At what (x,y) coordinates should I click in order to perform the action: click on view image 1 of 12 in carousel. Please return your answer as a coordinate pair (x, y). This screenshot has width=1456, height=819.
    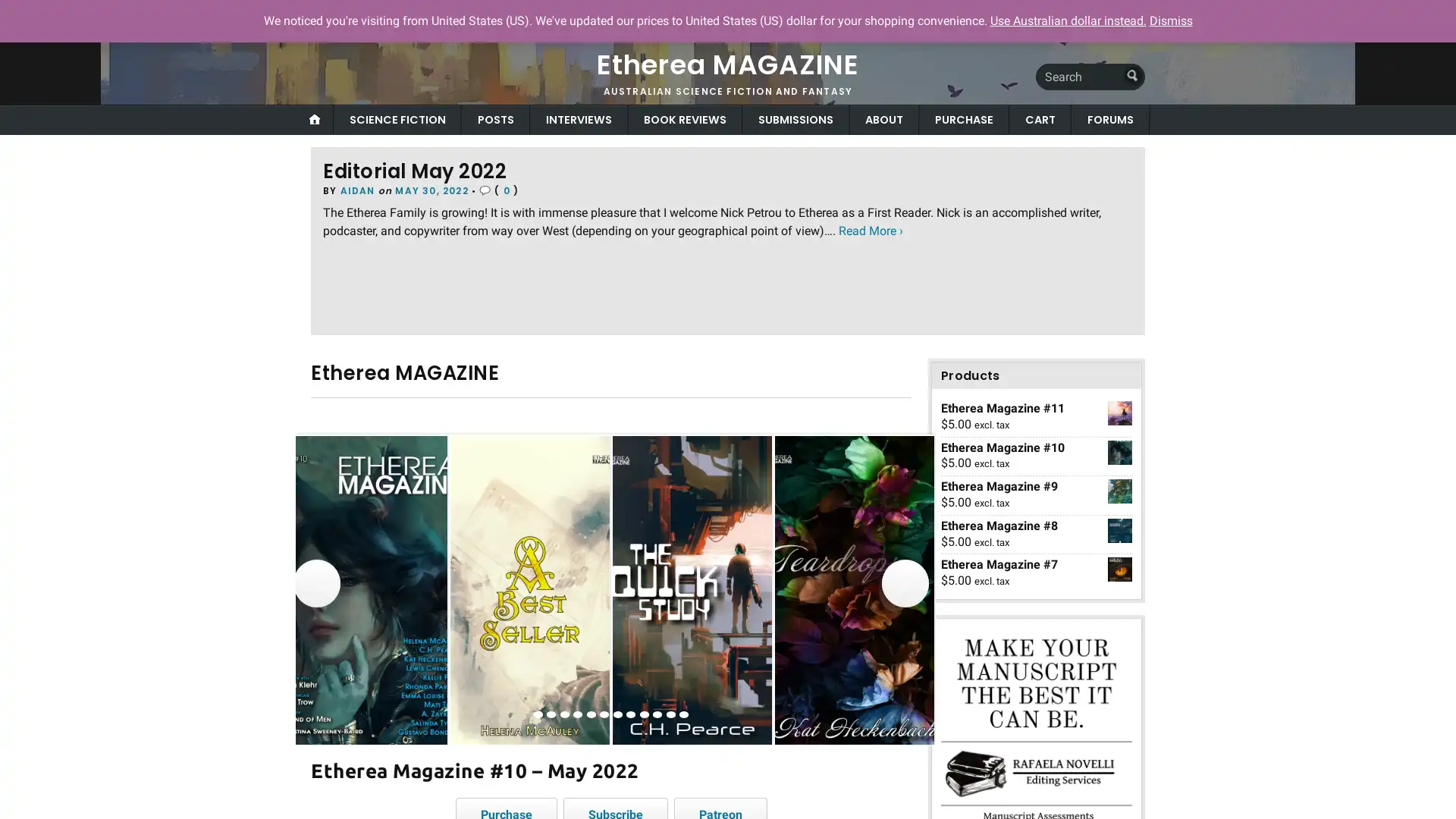
    Looking at the image, I should click on (538, 714).